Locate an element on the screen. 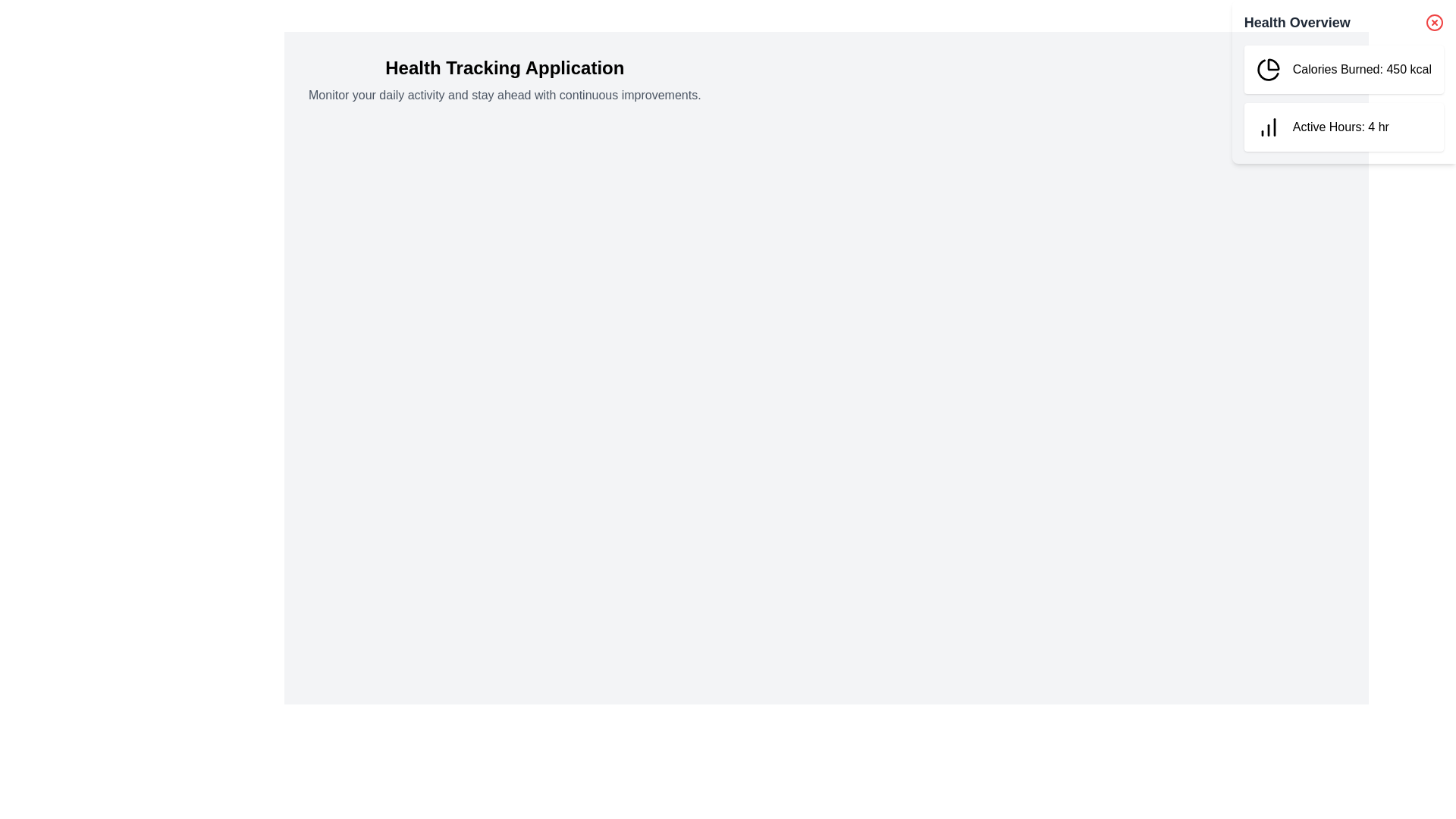 This screenshot has height=819, width=1456. title of the panel by interacting with the header that has the bold text 'Health Overview' on the left is located at coordinates (1344, 23).